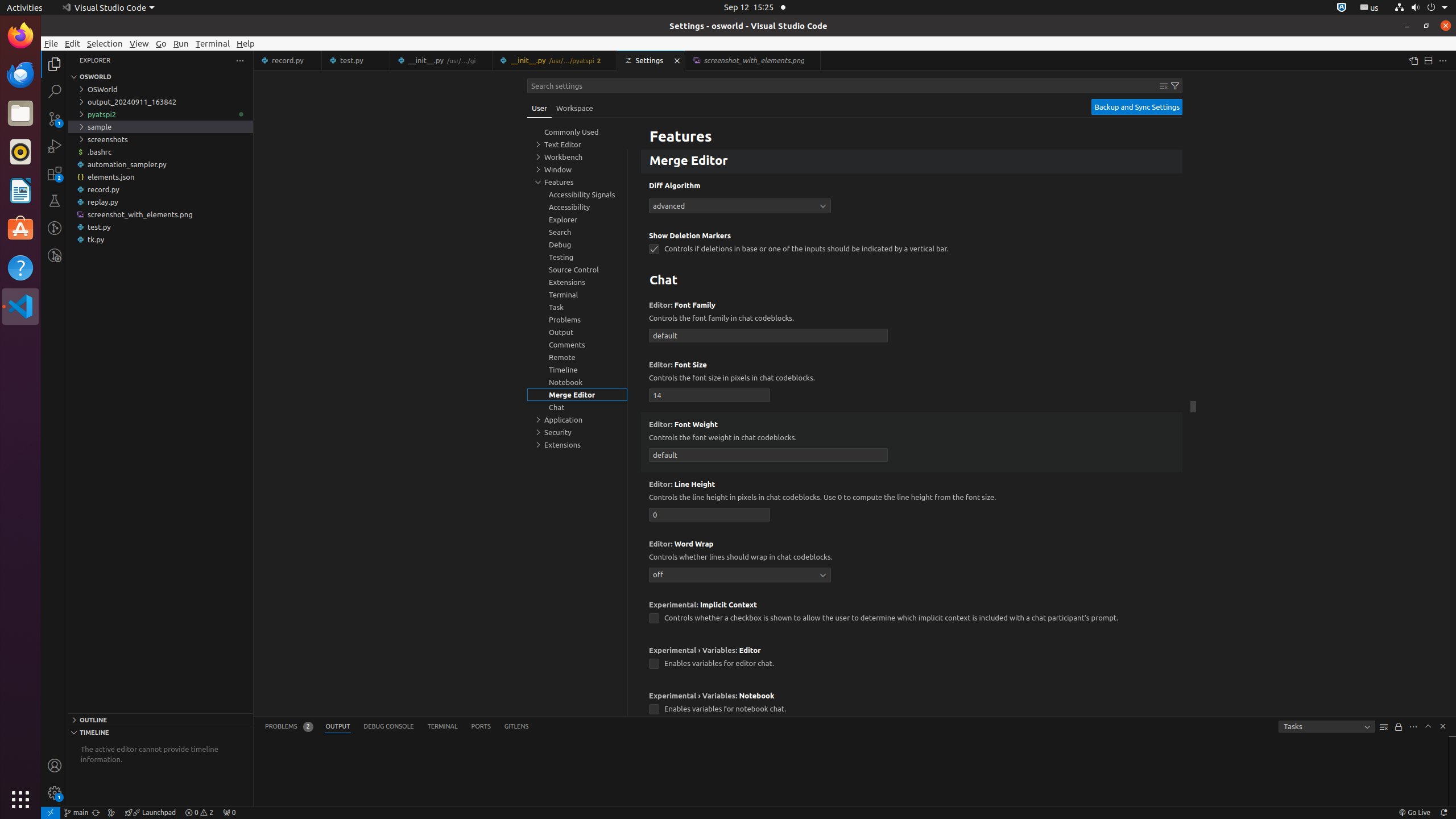  What do you see at coordinates (577, 257) in the screenshot?
I see `'Testing, group'` at bounding box center [577, 257].